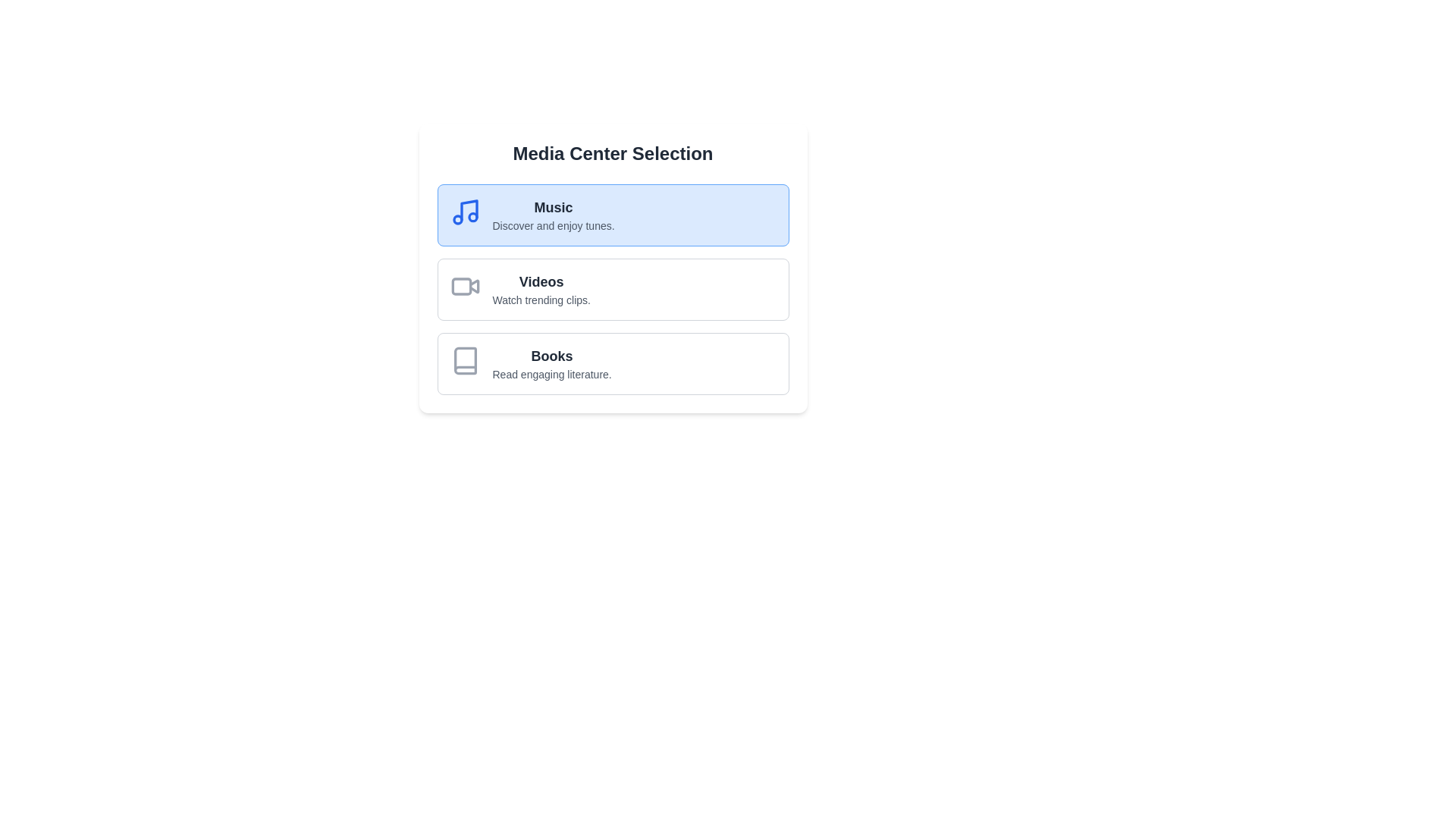 The width and height of the screenshot is (1456, 819). Describe the element at coordinates (464, 360) in the screenshot. I see `the book icon represented as an SVG graphic with a gray stroke, located at the top-left corner of the 'Books' card` at that location.